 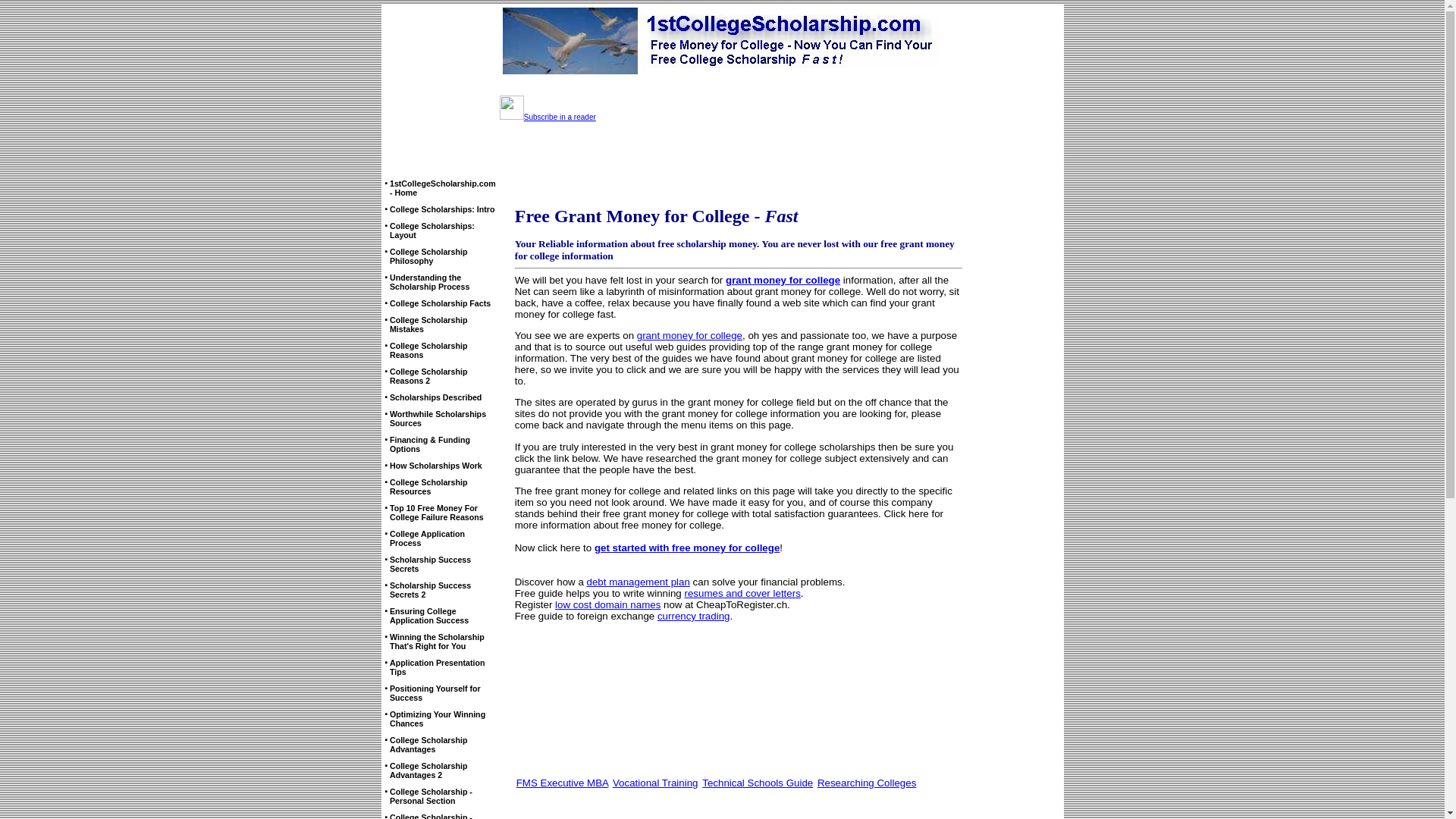 What do you see at coordinates (430, 795) in the screenshot?
I see `'College Scholarship - Personal Section'` at bounding box center [430, 795].